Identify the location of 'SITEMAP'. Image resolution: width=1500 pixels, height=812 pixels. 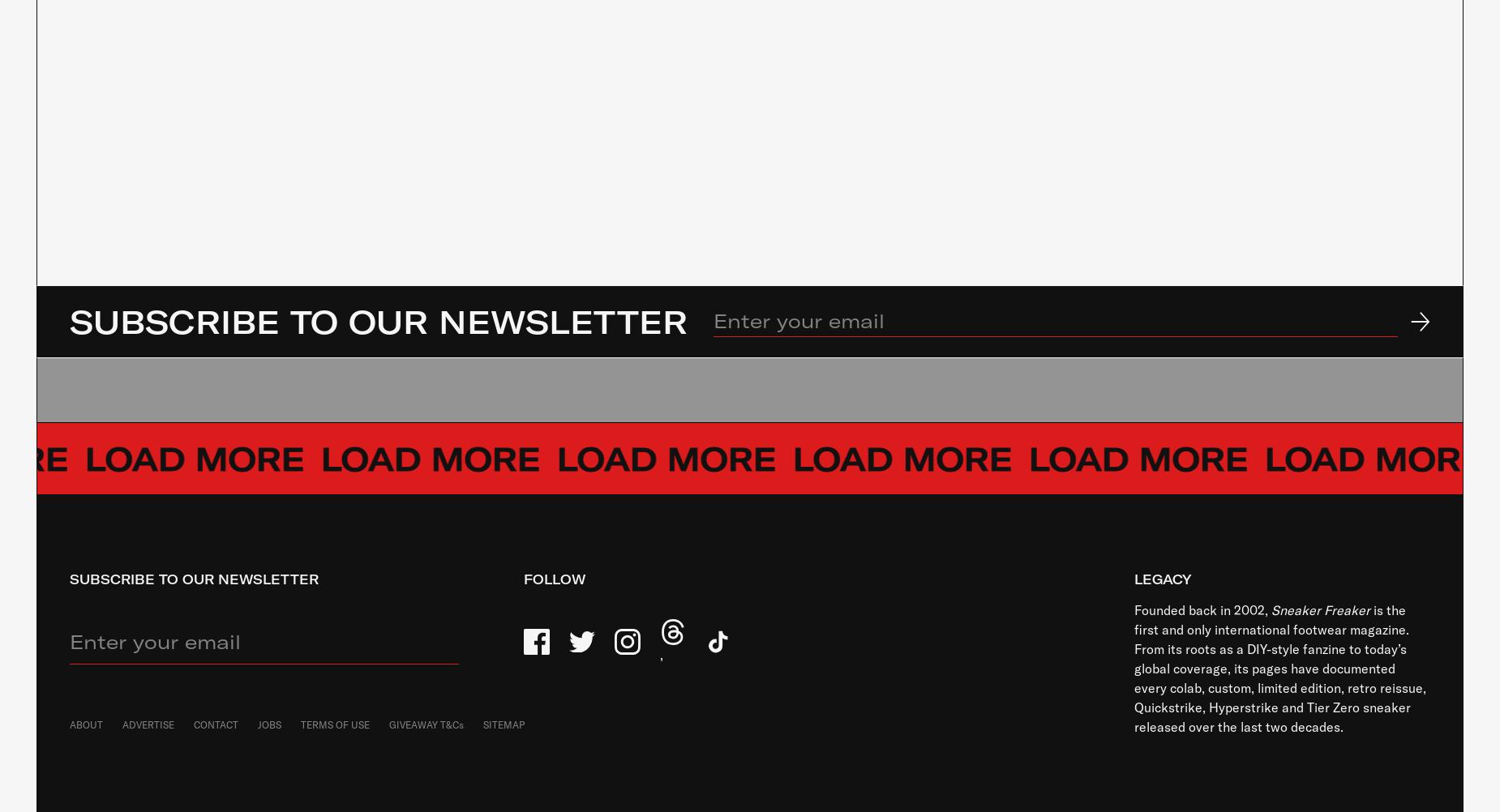
(504, 724).